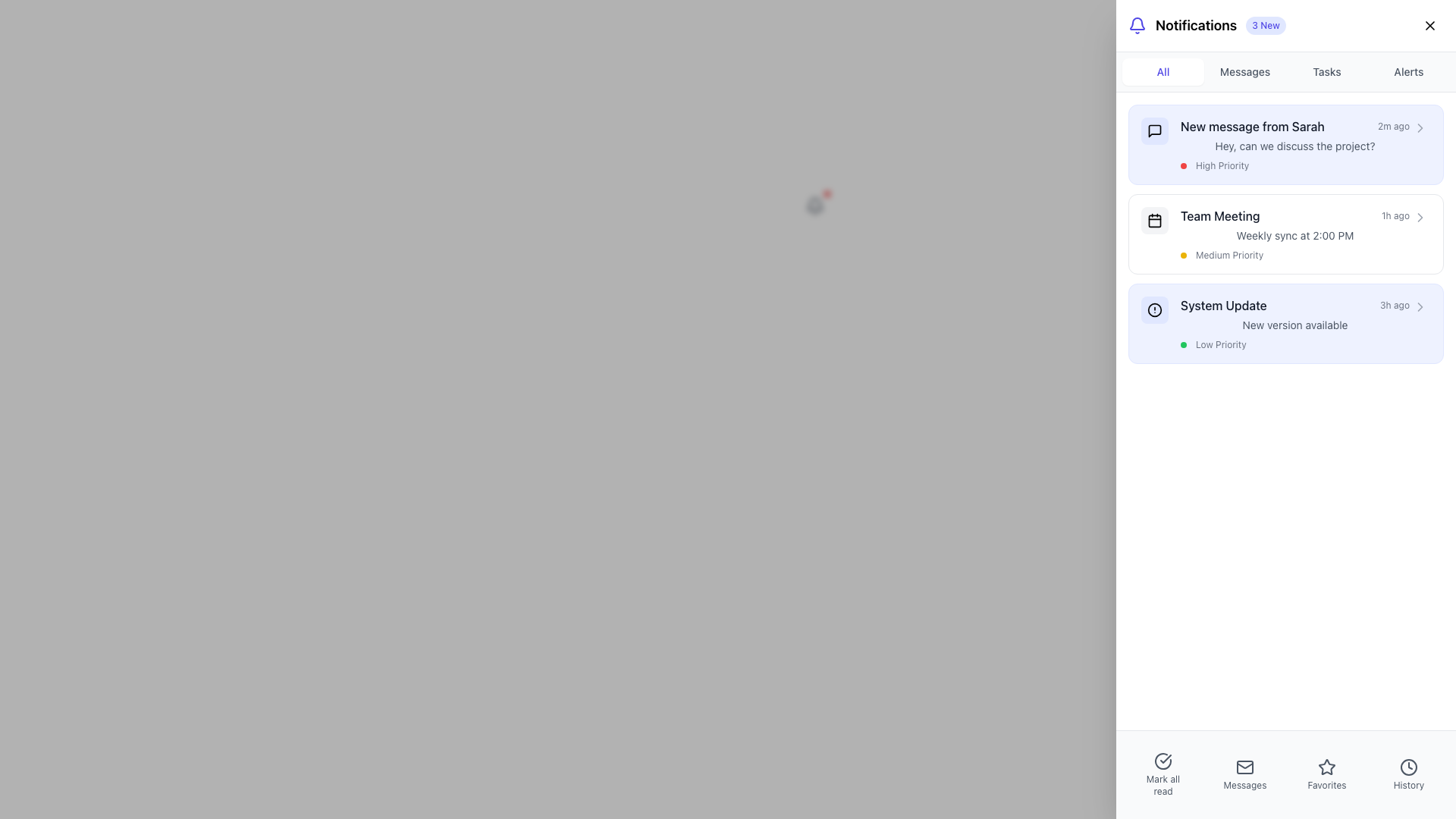 This screenshot has width=1456, height=819. I want to click on the second notification card in the list, which provides details about a scheduled team meeting, so click(1294, 234).